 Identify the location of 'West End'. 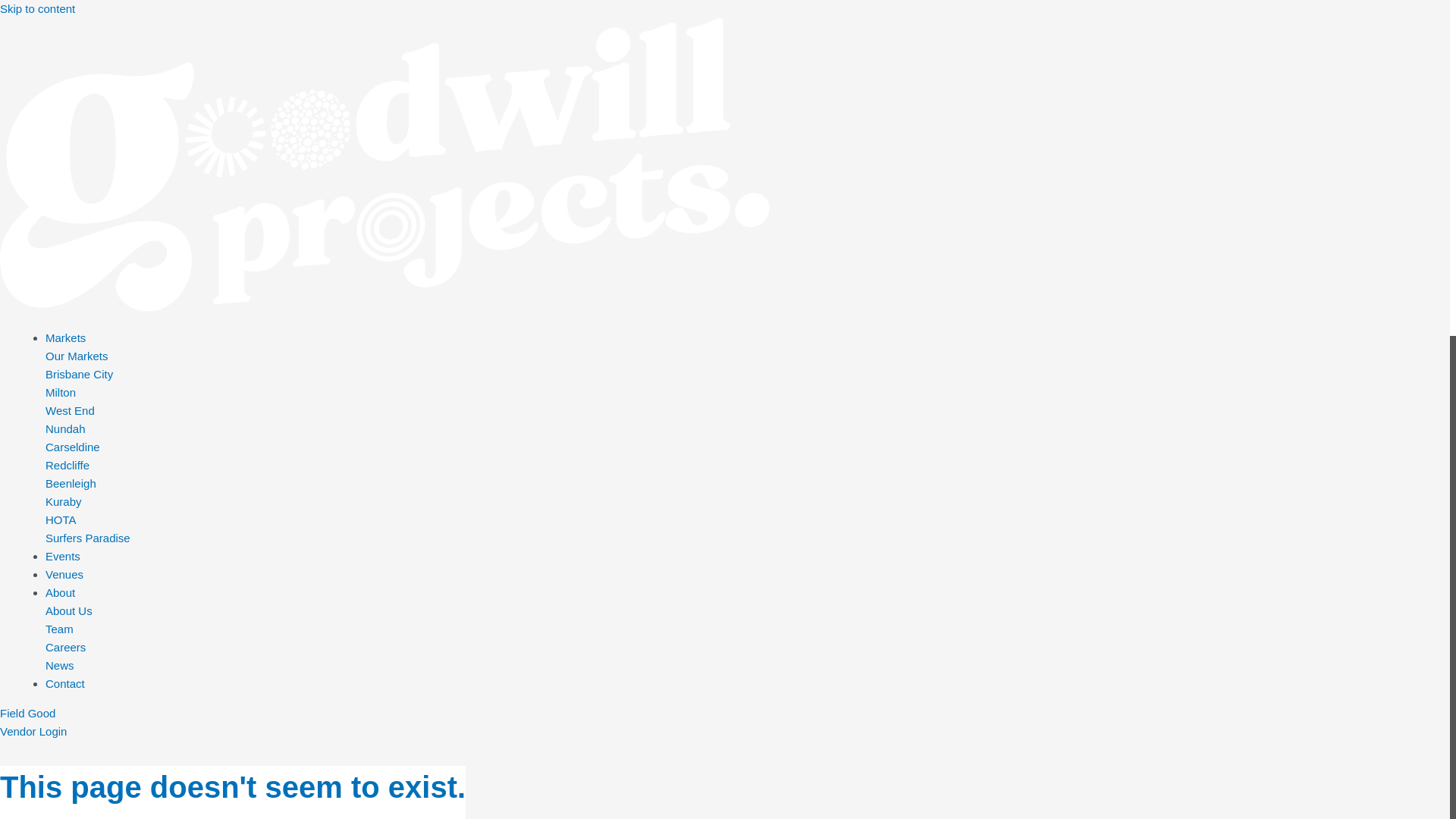
(45, 410).